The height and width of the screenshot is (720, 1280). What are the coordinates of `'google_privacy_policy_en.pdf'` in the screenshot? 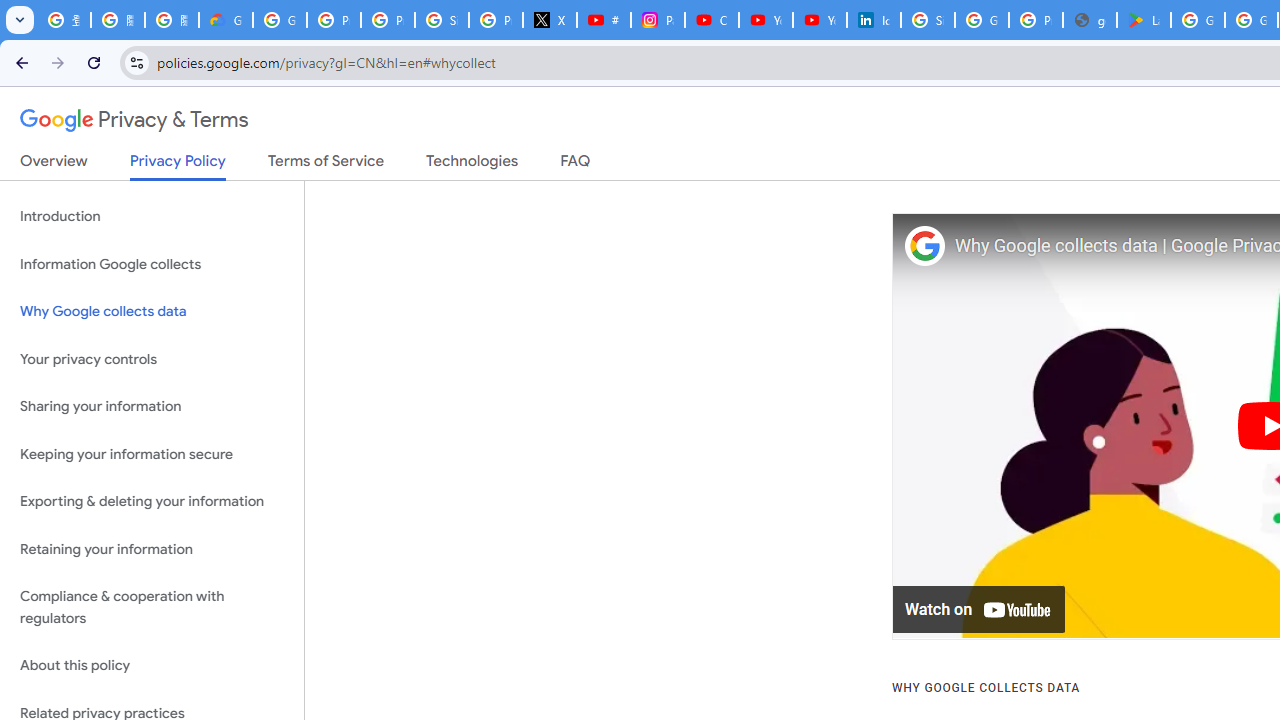 It's located at (1088, 20).